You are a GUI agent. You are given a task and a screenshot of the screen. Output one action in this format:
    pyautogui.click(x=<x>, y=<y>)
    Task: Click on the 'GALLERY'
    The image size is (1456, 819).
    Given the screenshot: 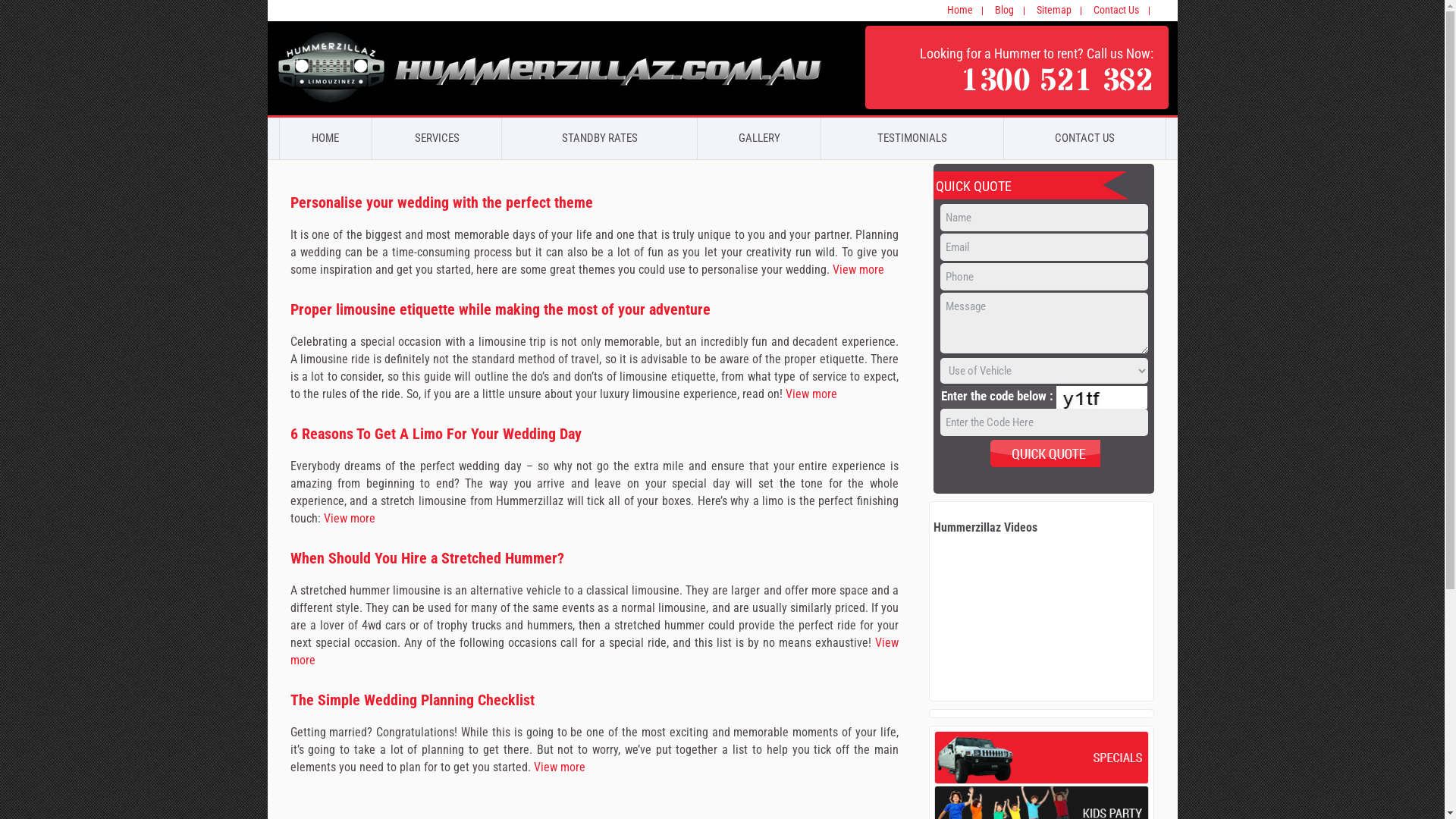 What is the action you would take?
    pyautogui.click(x=758, y=138)
    